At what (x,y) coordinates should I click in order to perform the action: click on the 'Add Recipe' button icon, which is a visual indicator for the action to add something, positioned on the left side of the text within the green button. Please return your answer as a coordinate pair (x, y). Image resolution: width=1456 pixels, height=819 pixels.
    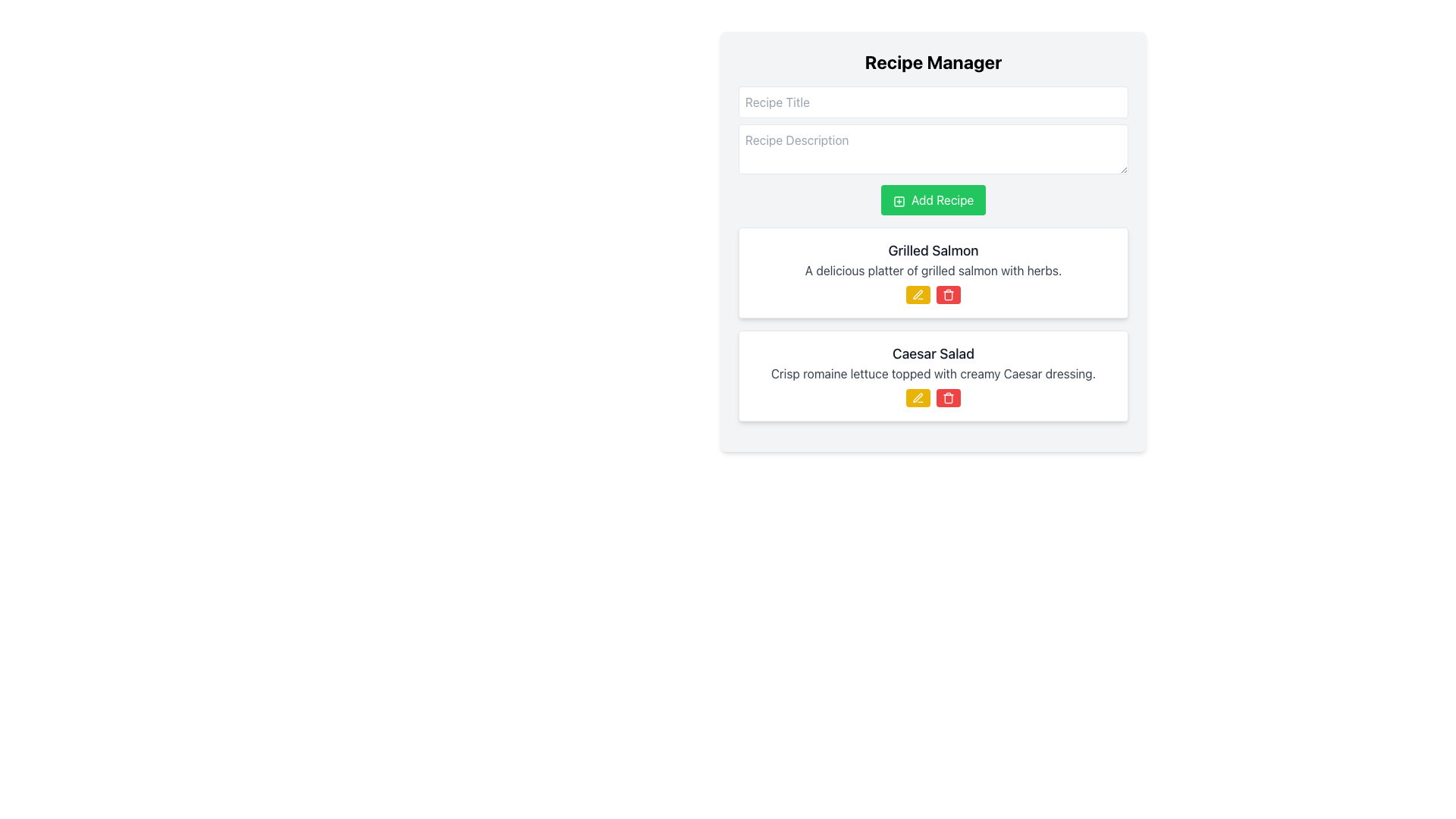
    Looking at the image, I should click on (899, 200).